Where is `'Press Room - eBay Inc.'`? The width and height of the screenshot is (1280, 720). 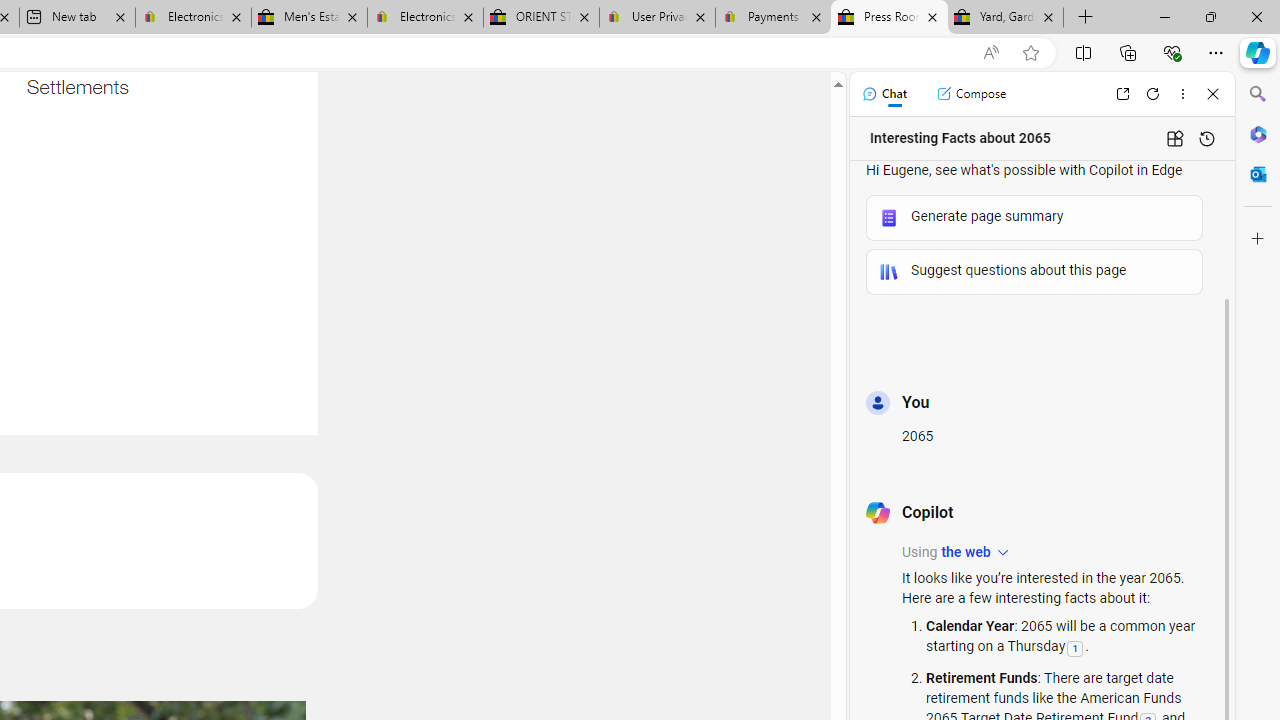
'Press Room - eBay Inc.' is located at coordinates (888, 17).